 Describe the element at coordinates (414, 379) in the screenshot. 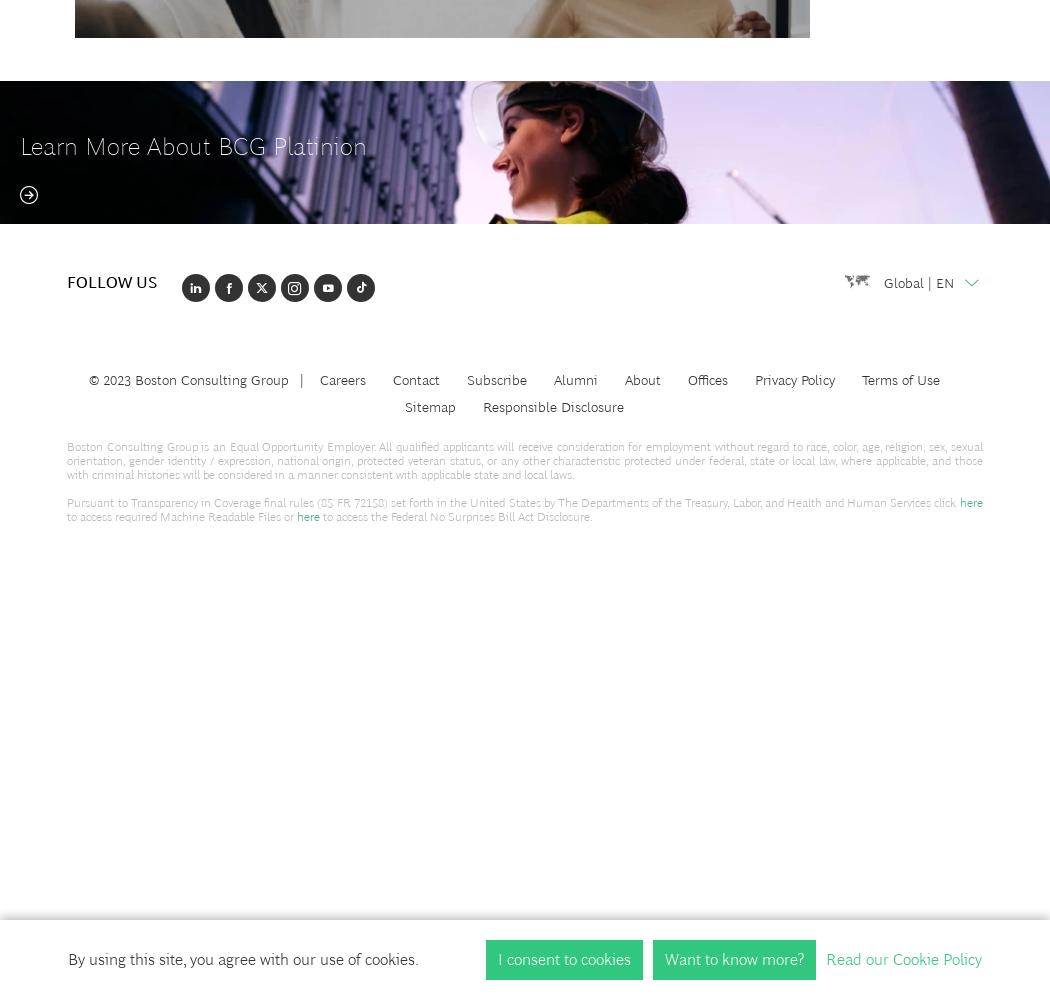

I see `'Contact'` at that location.